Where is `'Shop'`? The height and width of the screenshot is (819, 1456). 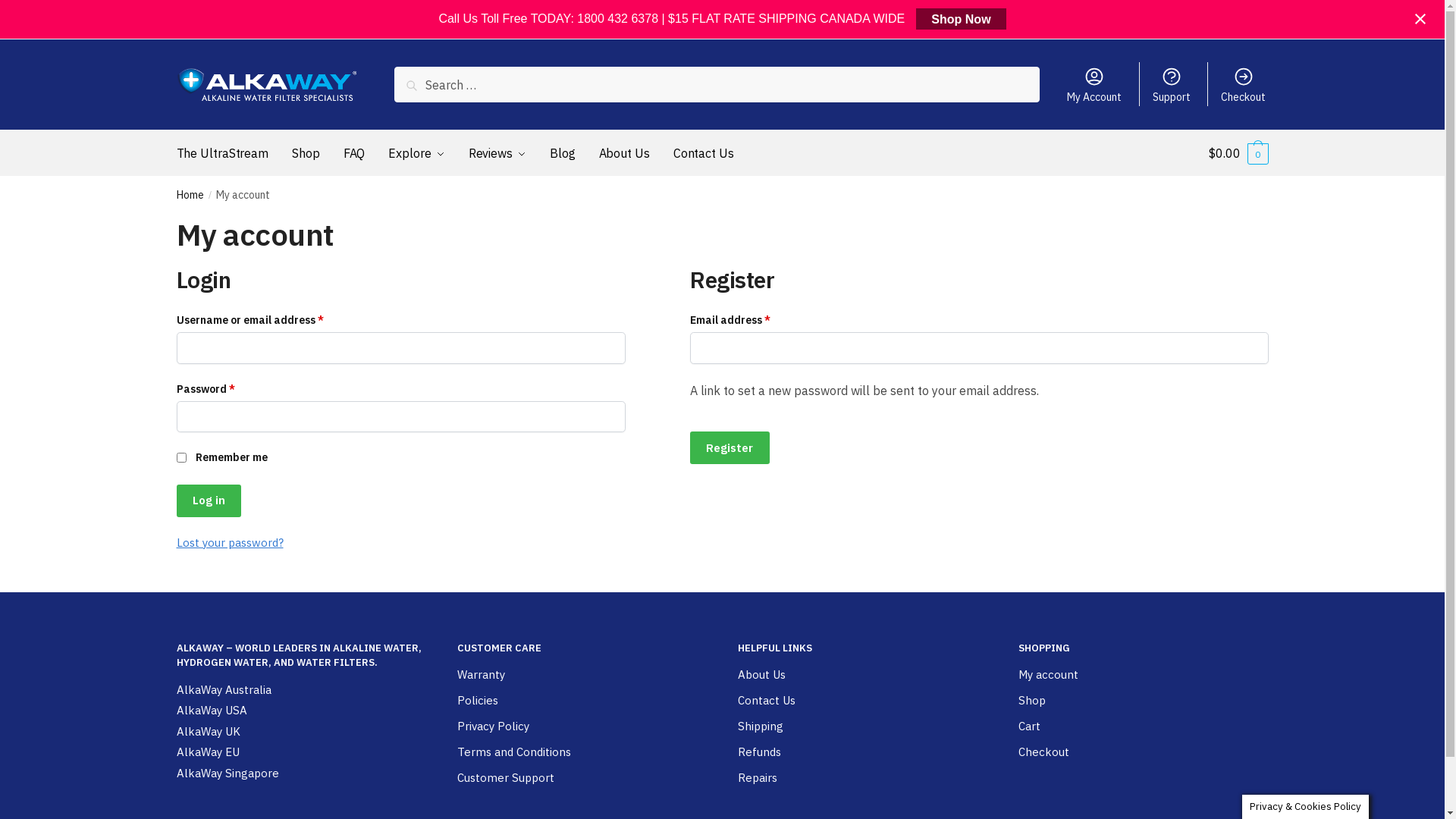
'Shop' is located at coordinates (1031, 701).